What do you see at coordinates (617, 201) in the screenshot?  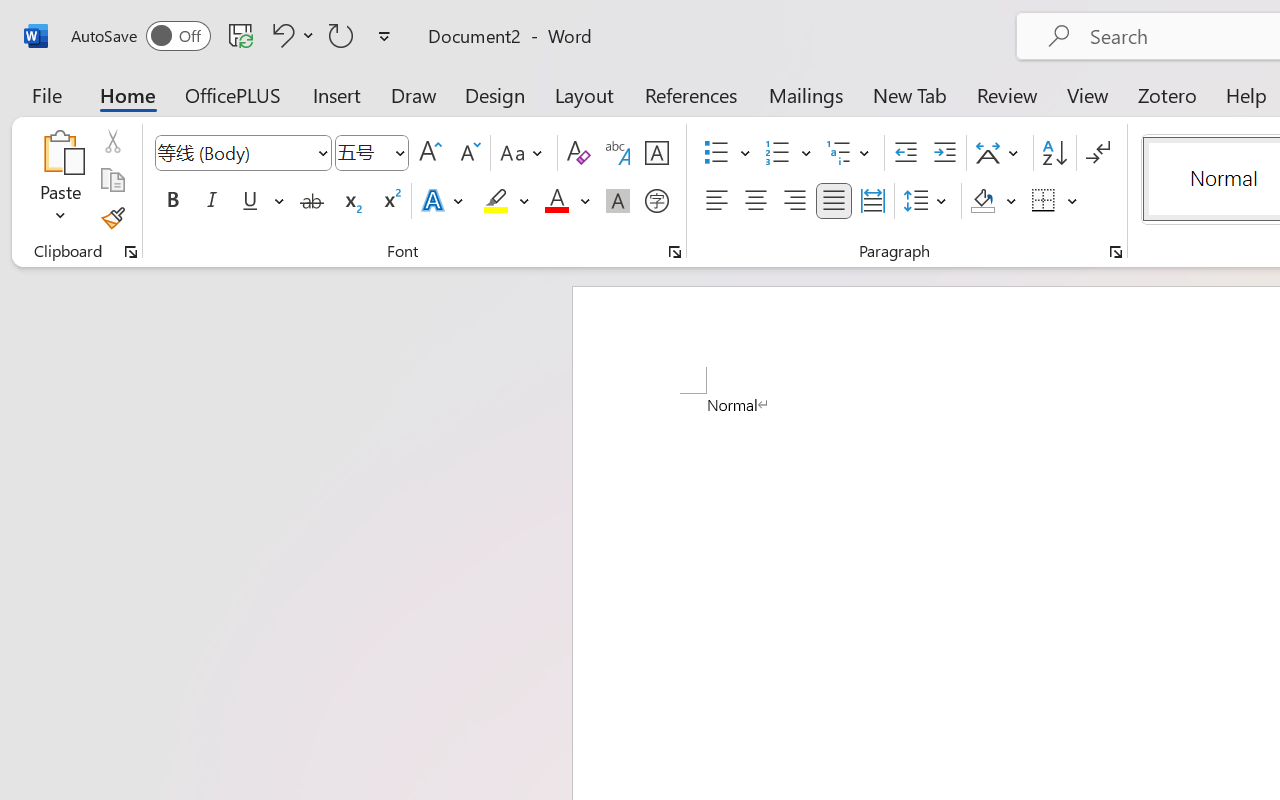 I see `'Character Shading'` at bounding box center [617, 201].